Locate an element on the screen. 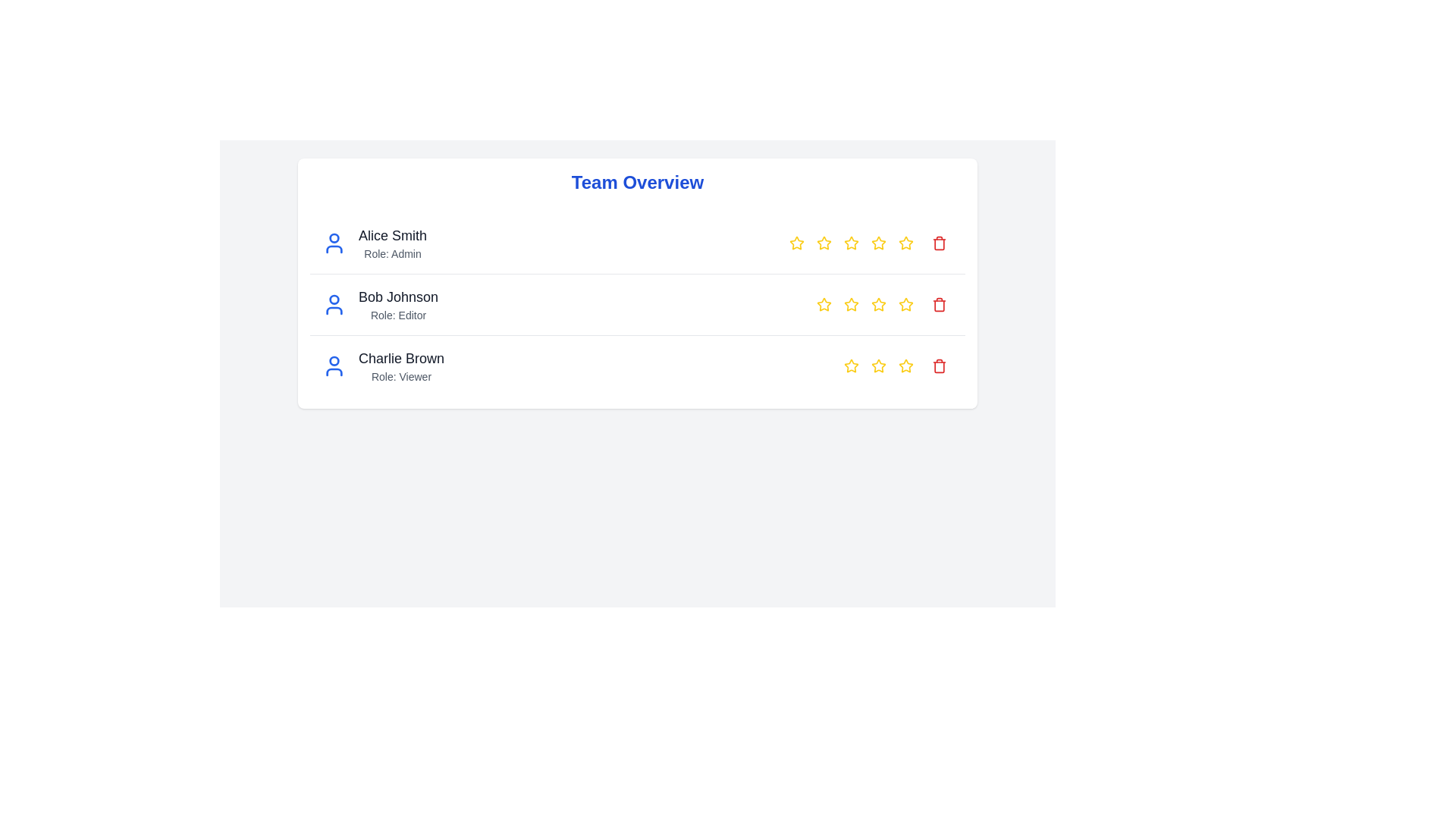 Image resolution: width=1456 pixels, height=819 pixels. the third star in the rating group associated with 'Charlie Brown' to rate is located at coordinates (877, 366).